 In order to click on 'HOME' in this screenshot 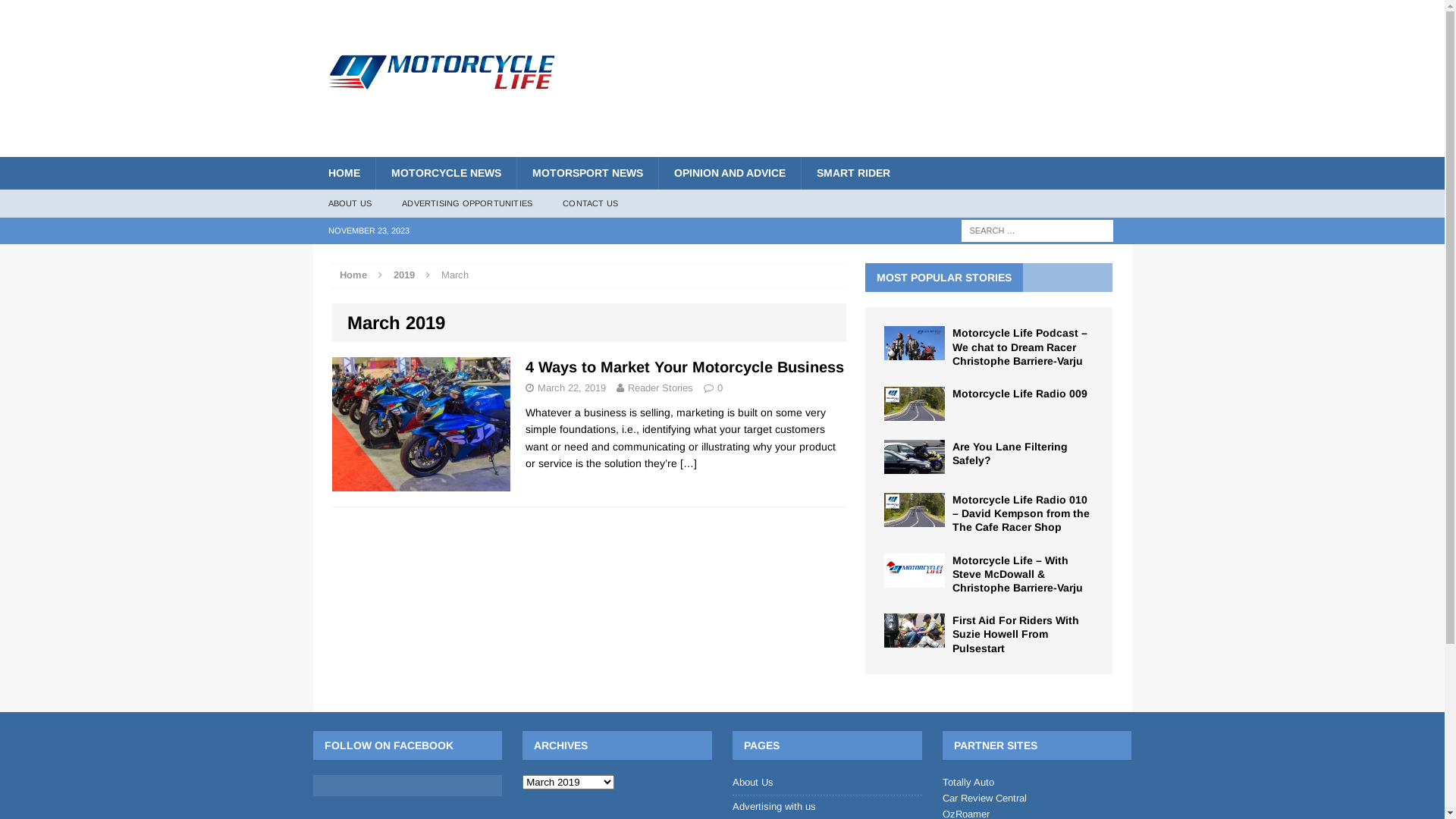, I will do `click(312, 171)`.